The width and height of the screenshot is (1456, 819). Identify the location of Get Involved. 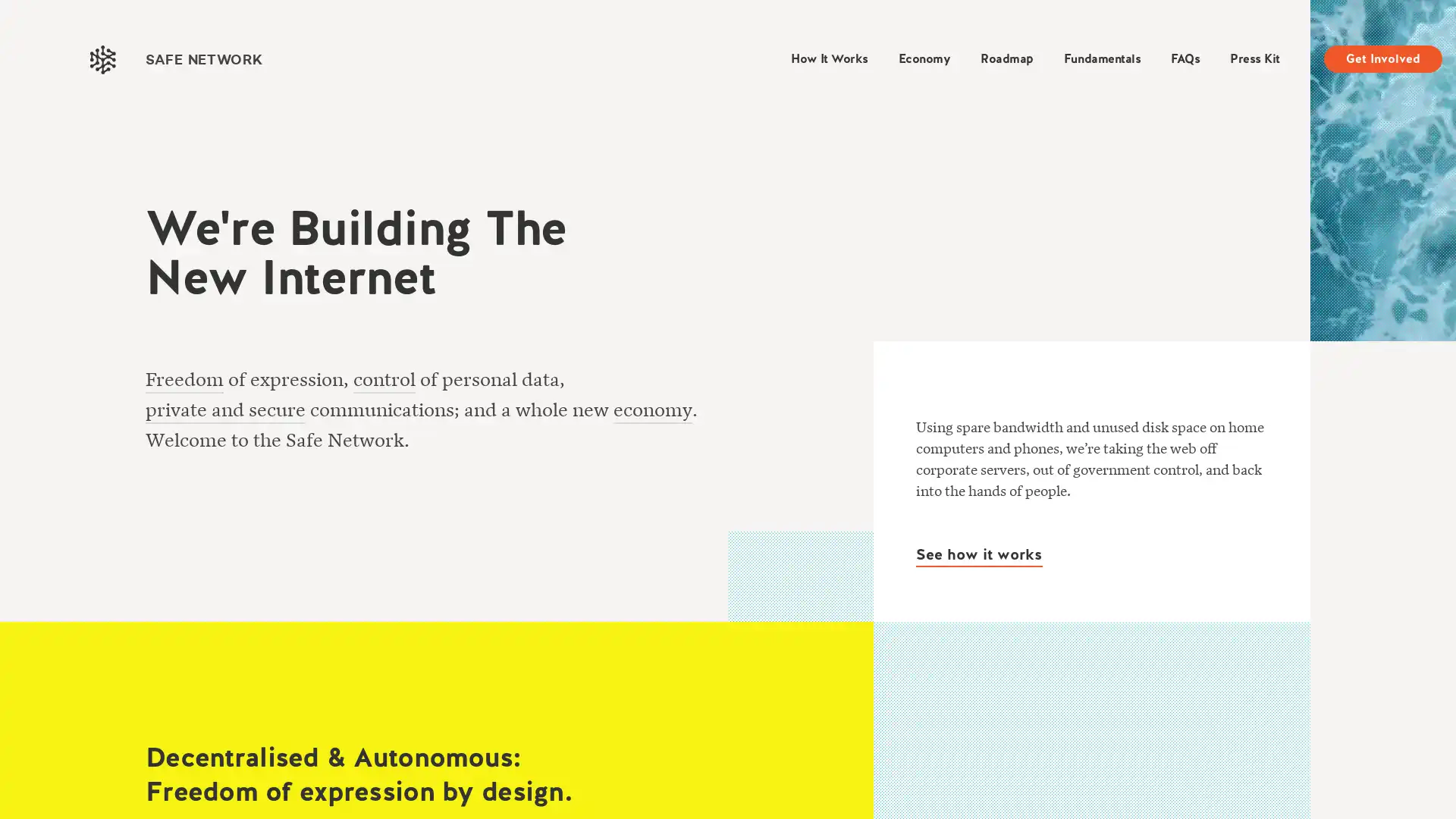
(1383, 58).